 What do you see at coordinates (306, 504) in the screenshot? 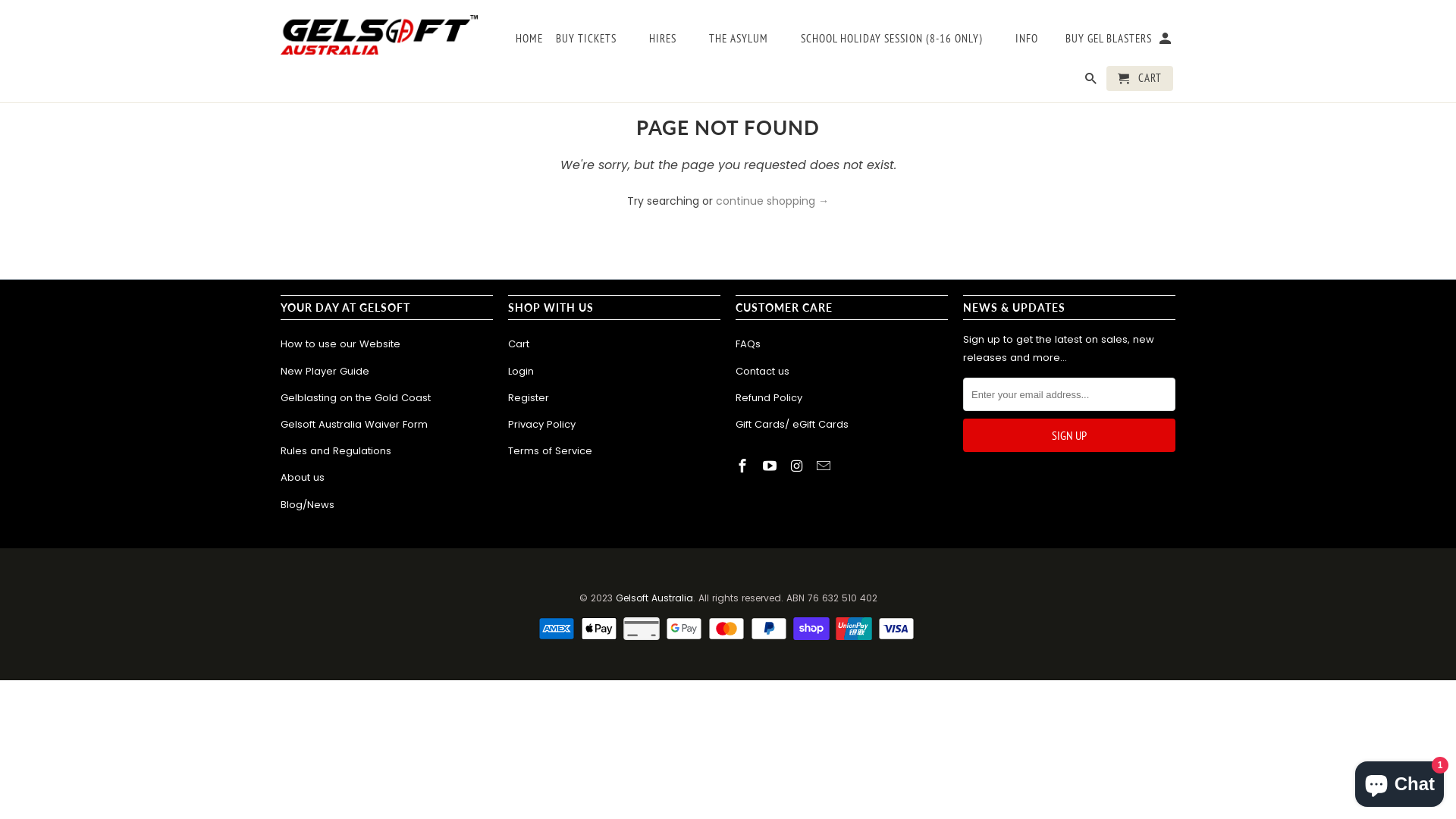
I see `'Blog/News'` at bounding box center [306, 504].